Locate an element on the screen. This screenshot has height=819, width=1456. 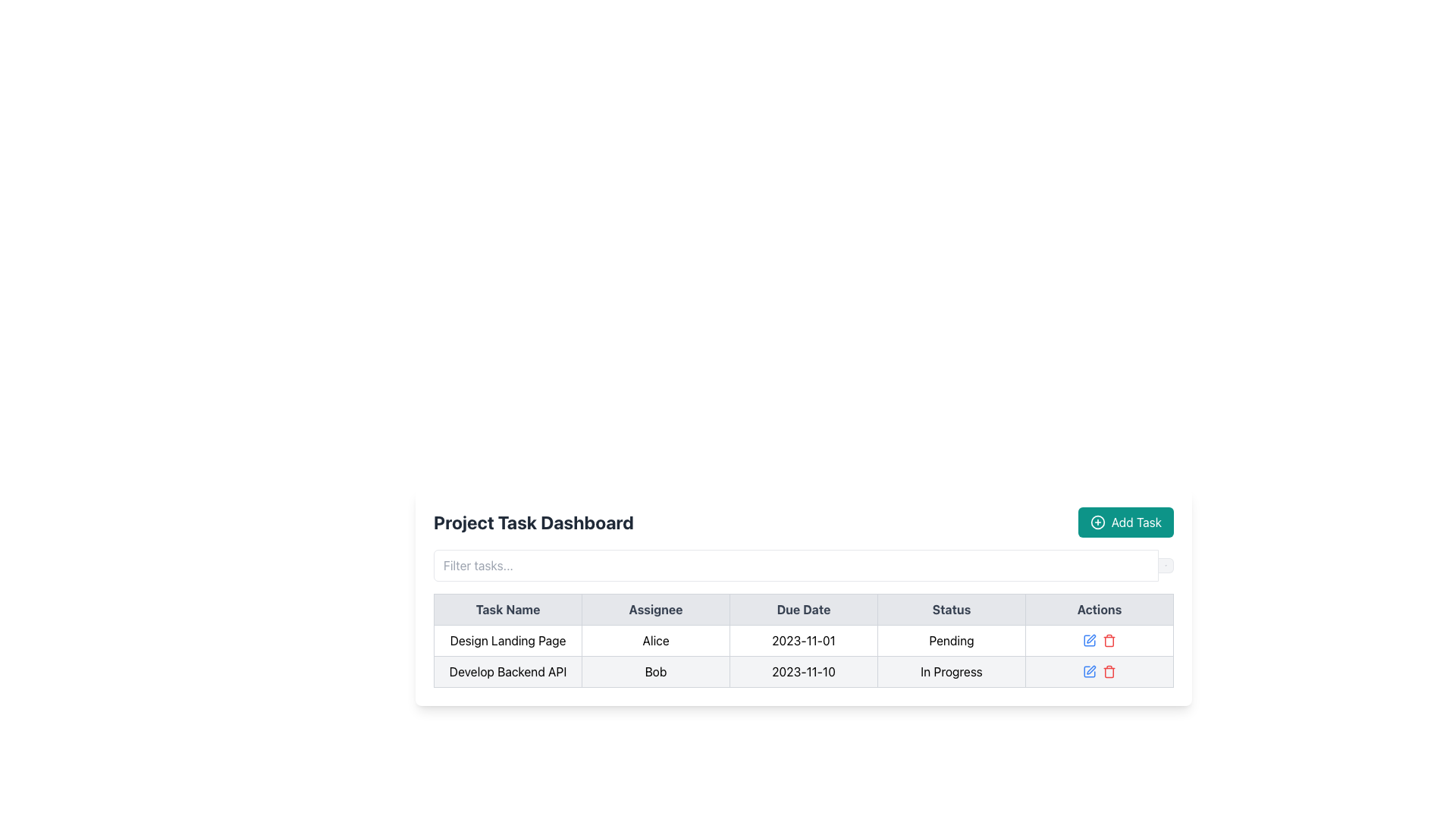
on the 'Develop Backend API' text label, which is a bordered rectangular box in the 'Task Name' column of the table is located at coordinates (508, 671).